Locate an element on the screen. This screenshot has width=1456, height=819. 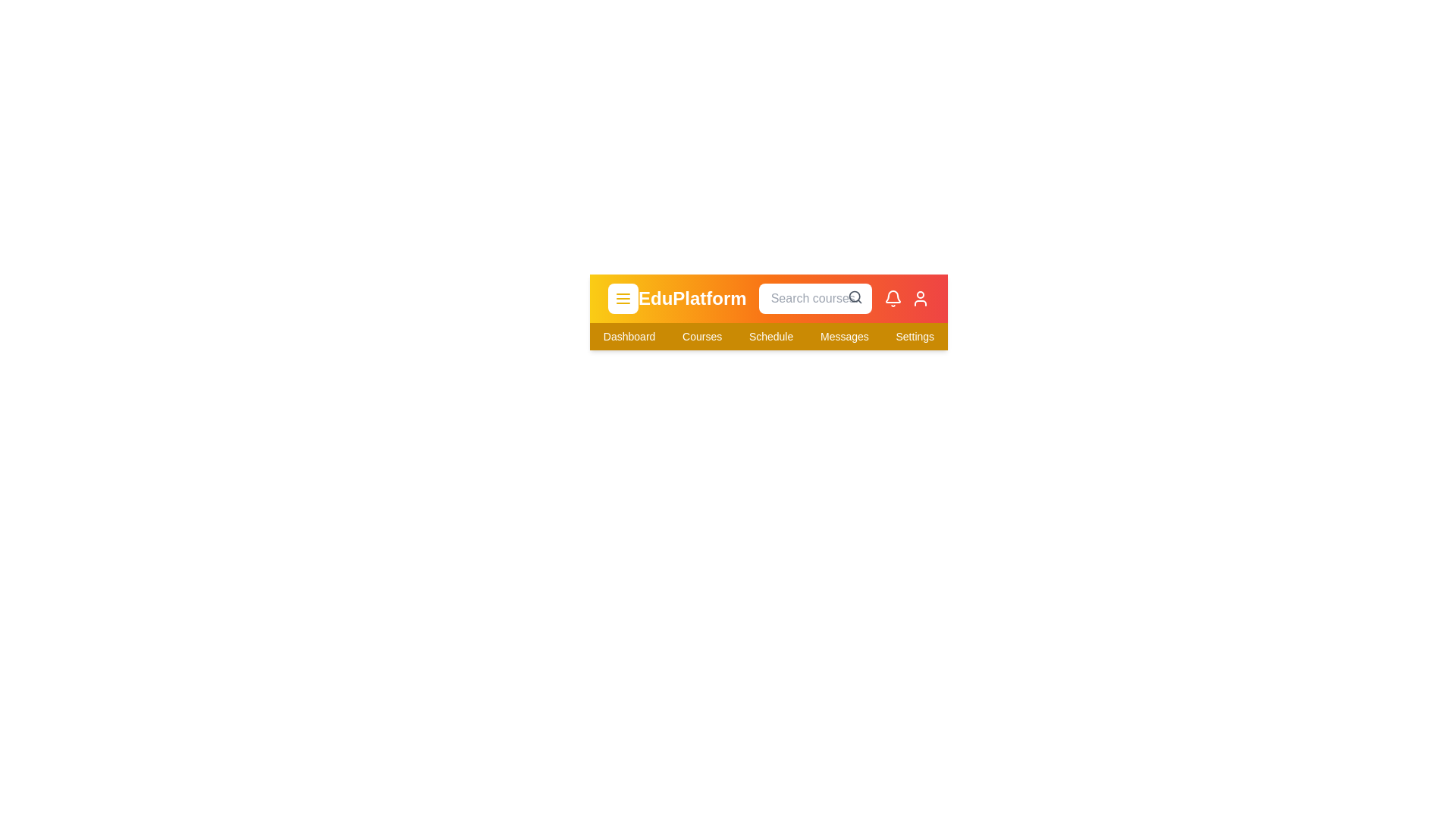
the user icon to access user options is located at coordinates (920, 298).